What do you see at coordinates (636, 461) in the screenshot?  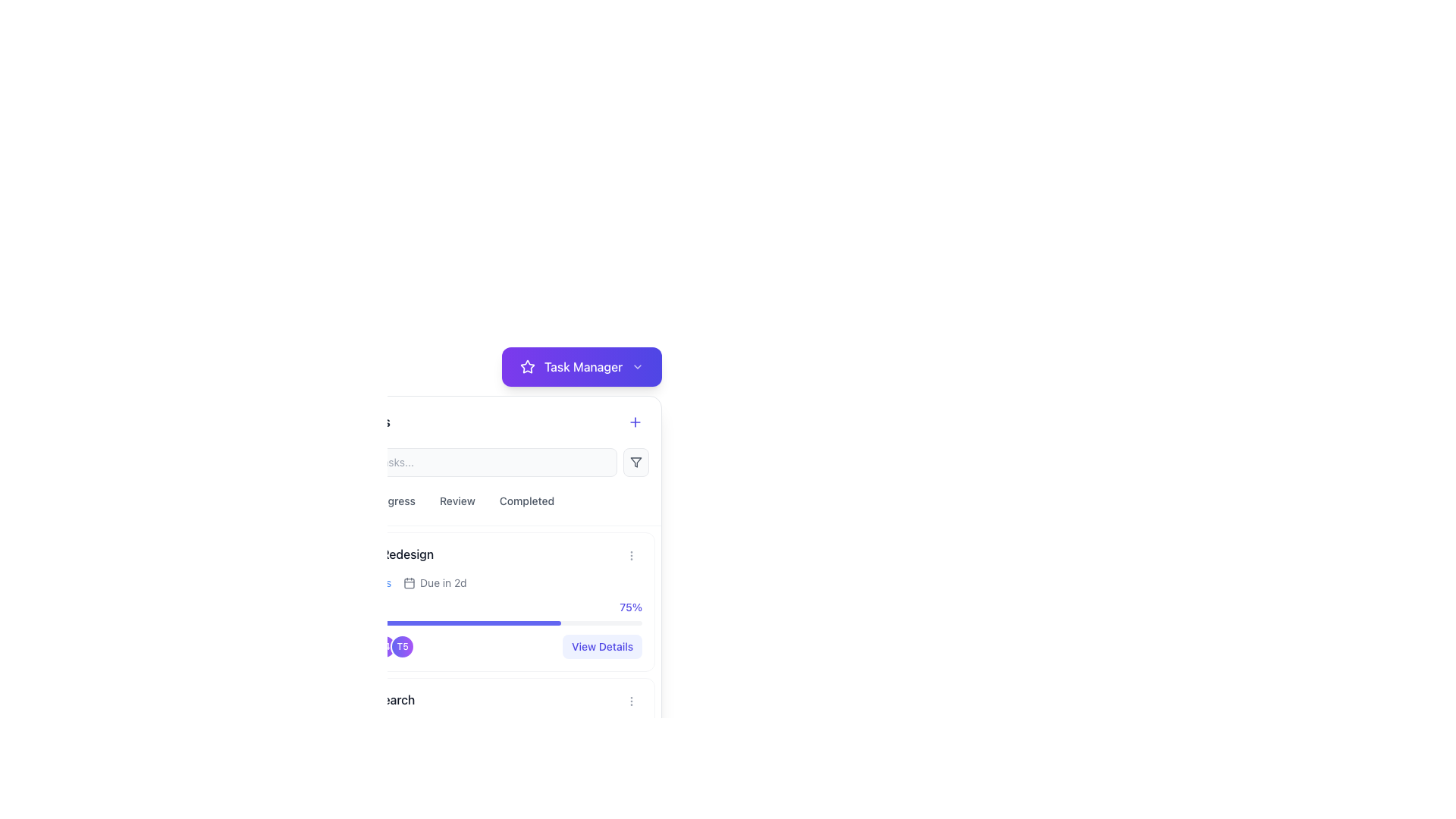 I see `the filter icon button located in the upper-middle section of the interface` at bounding box center [636, 461].